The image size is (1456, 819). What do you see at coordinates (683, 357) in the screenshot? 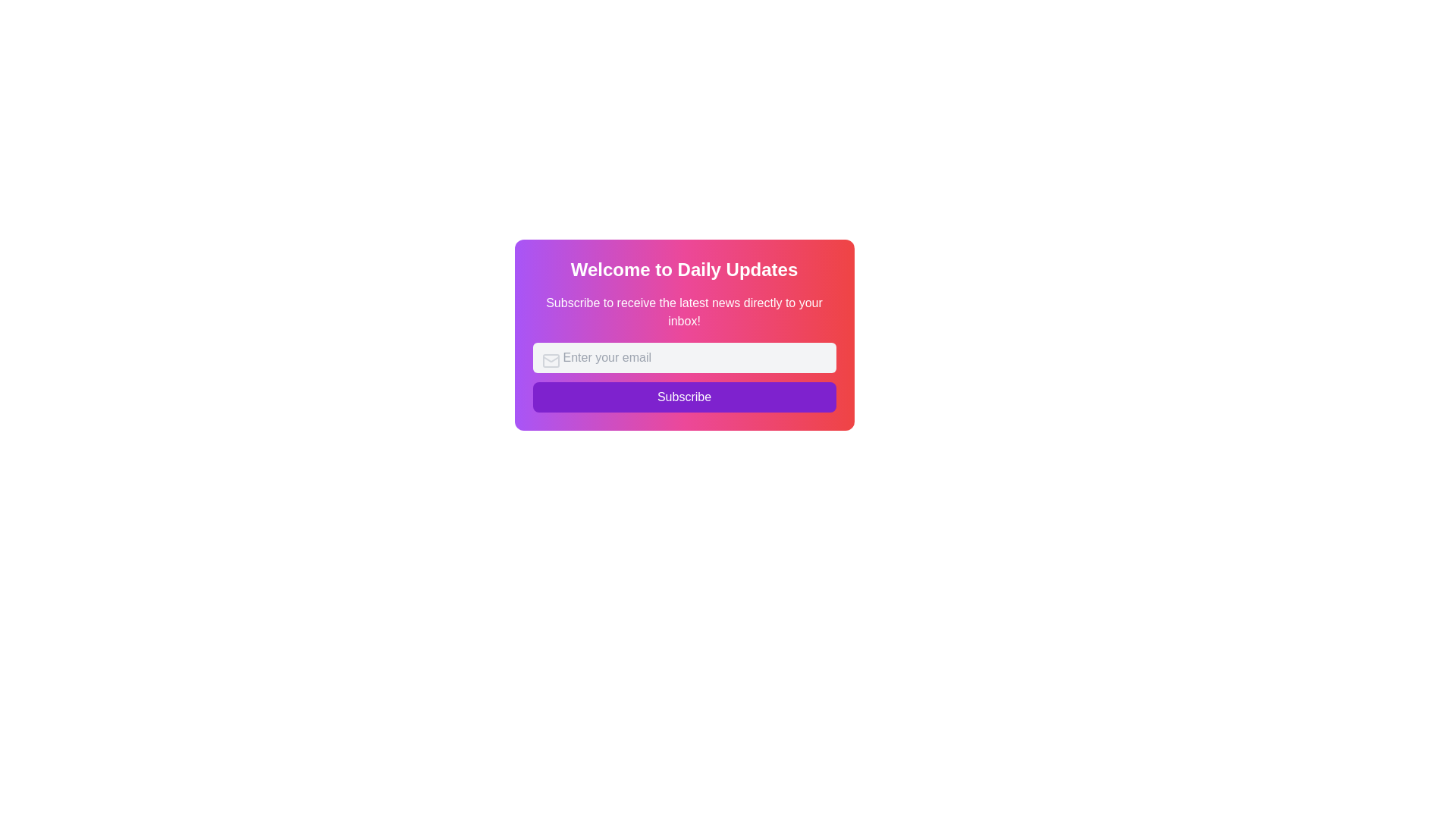
I see `the email input field labeled with the placeholder 'Enter your email'` at bounding box center [683, 357].